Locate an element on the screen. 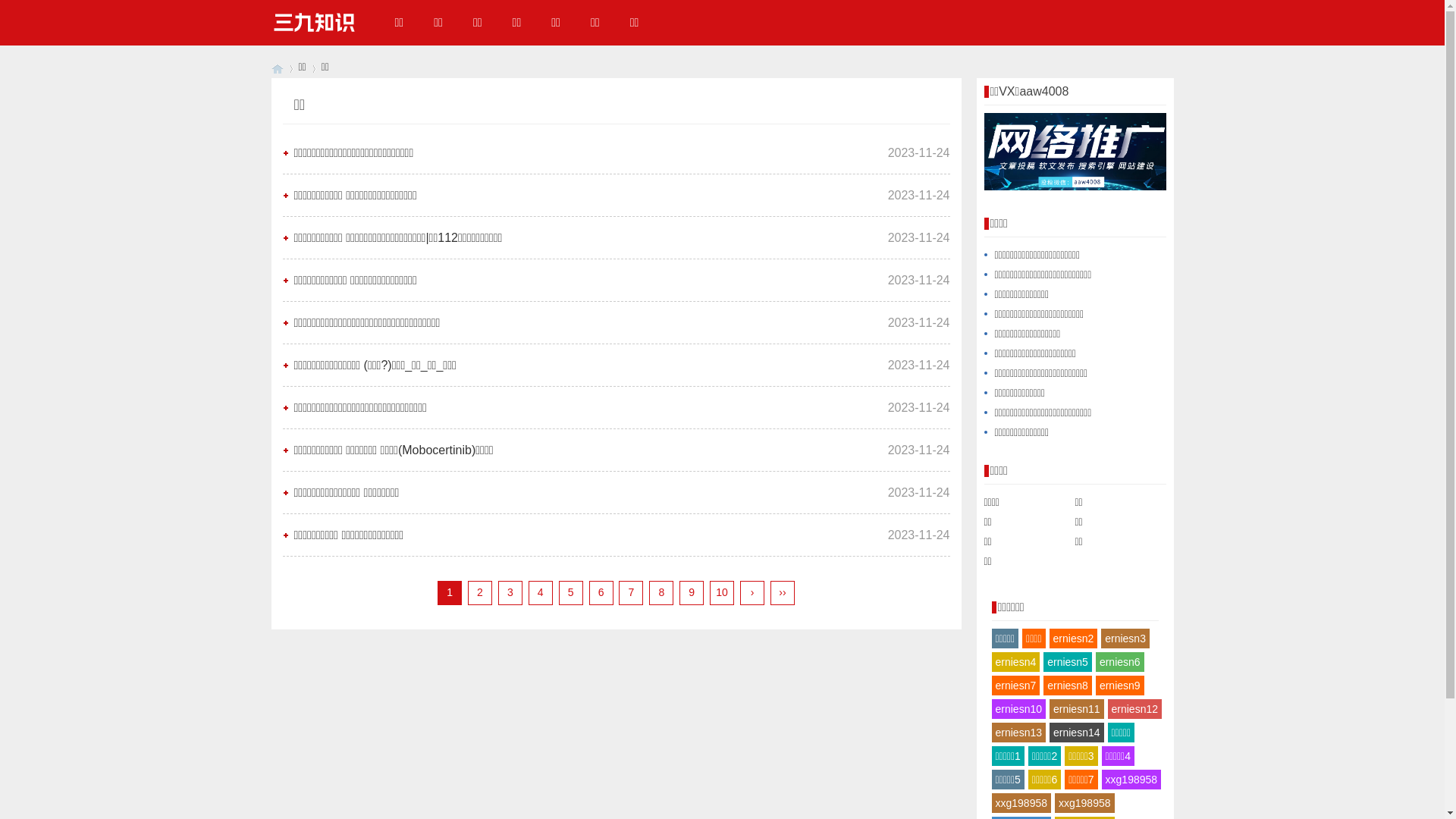 The image size is (1456, 819). '6' is located at coordinates (588, 592).